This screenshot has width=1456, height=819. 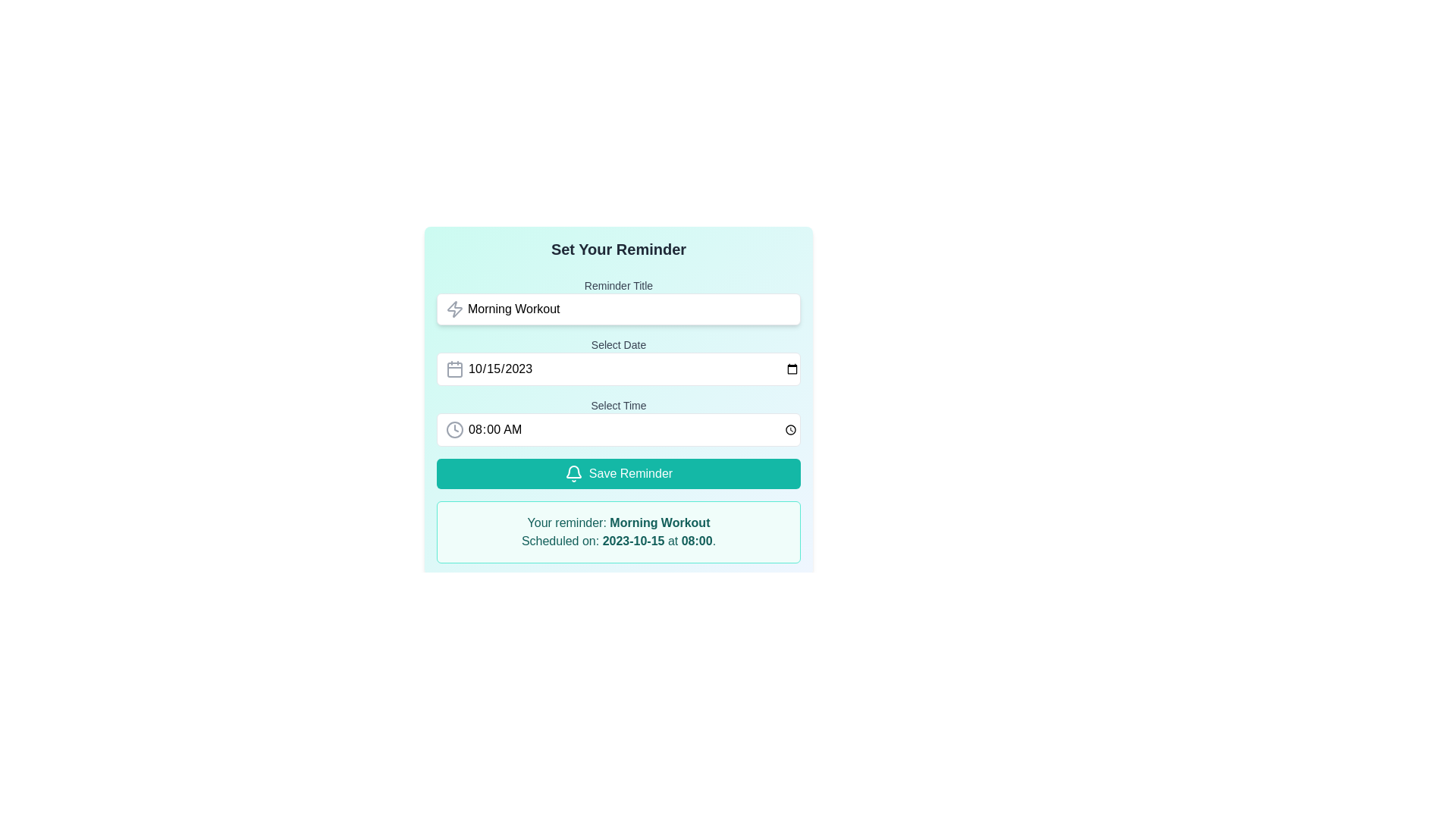 What do you see at coordinates (454, 309) in the screenshot?
I see `the icon that represents energy or action, positioned to the left of the 'Morning Workout' placeholder in the top text input field` at bounding box center [454, 309].